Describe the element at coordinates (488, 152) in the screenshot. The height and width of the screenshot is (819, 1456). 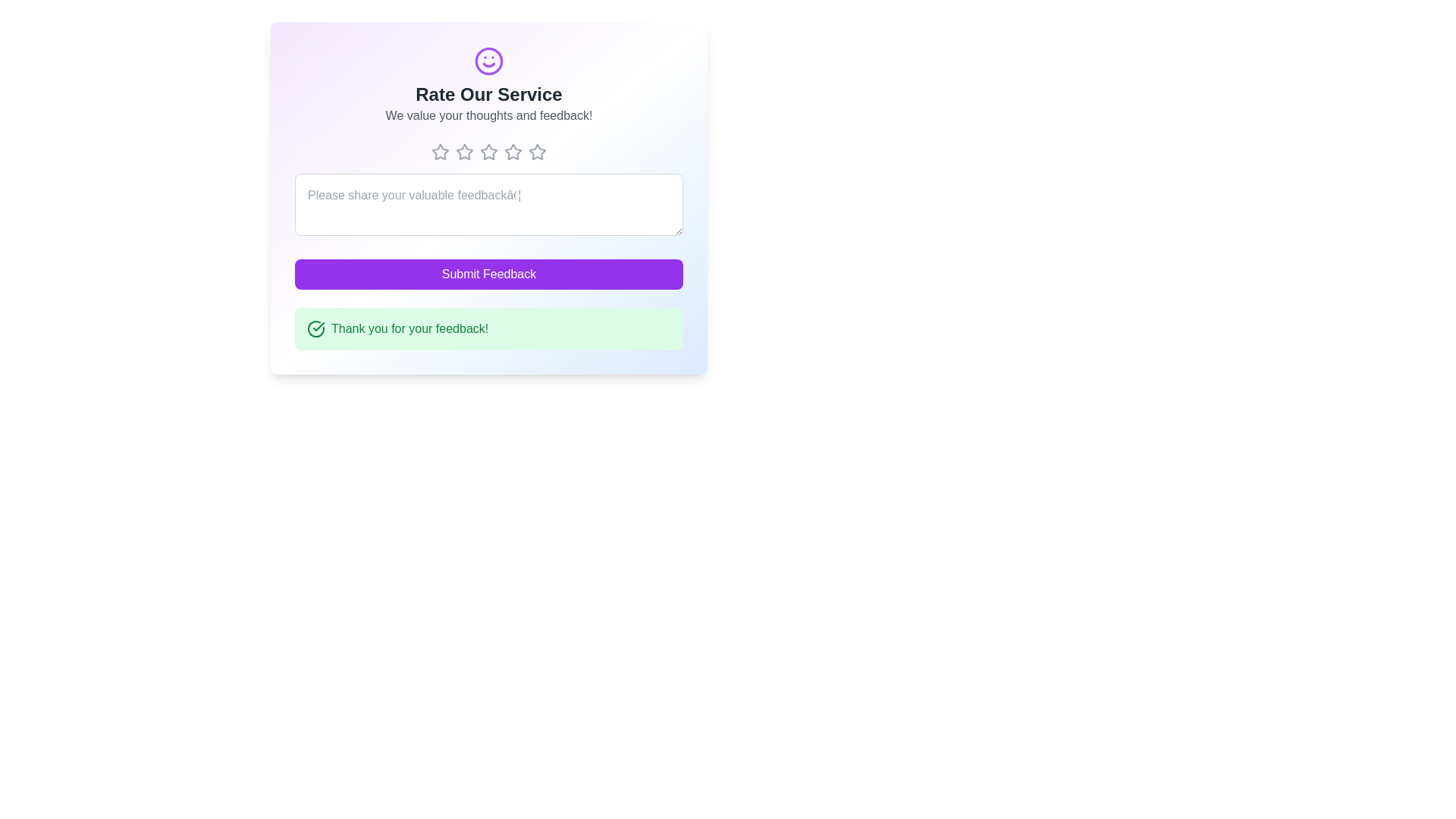
I see `the third star icon in the row of five star icons under the 'Rate Our Service' header` at that location.